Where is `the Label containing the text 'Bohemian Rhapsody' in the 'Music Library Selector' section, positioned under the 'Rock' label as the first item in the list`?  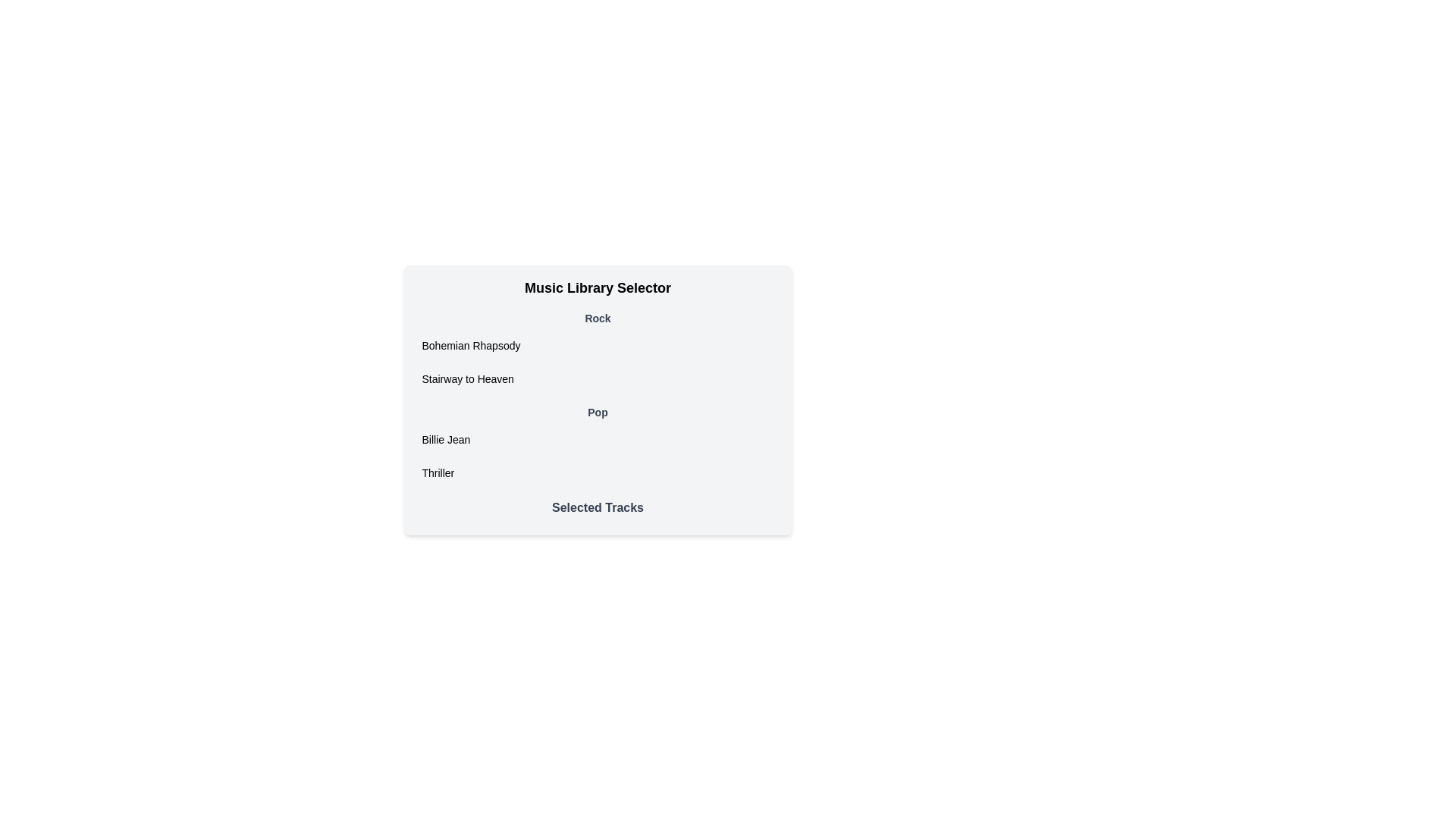
the Label containing the text 'Bohemian Rhapsody' in the 'Music Library Selector' section, positioned under the 'Rock' label as the first item in the list is located at coordinates (470, 345).